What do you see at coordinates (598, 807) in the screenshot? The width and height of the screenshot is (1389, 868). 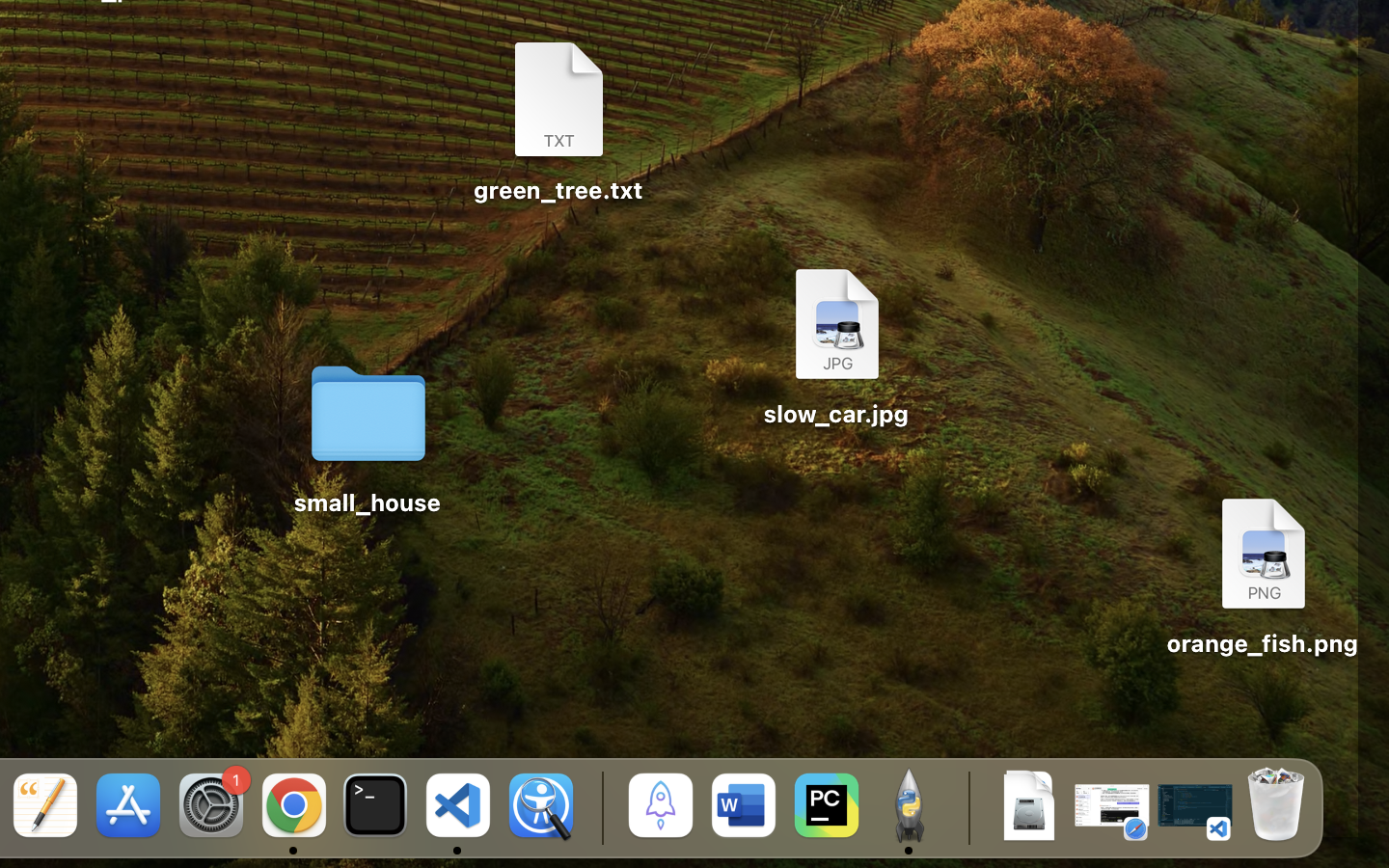 I see `'0.4285714328289032'` at bounding box center [598, 807].